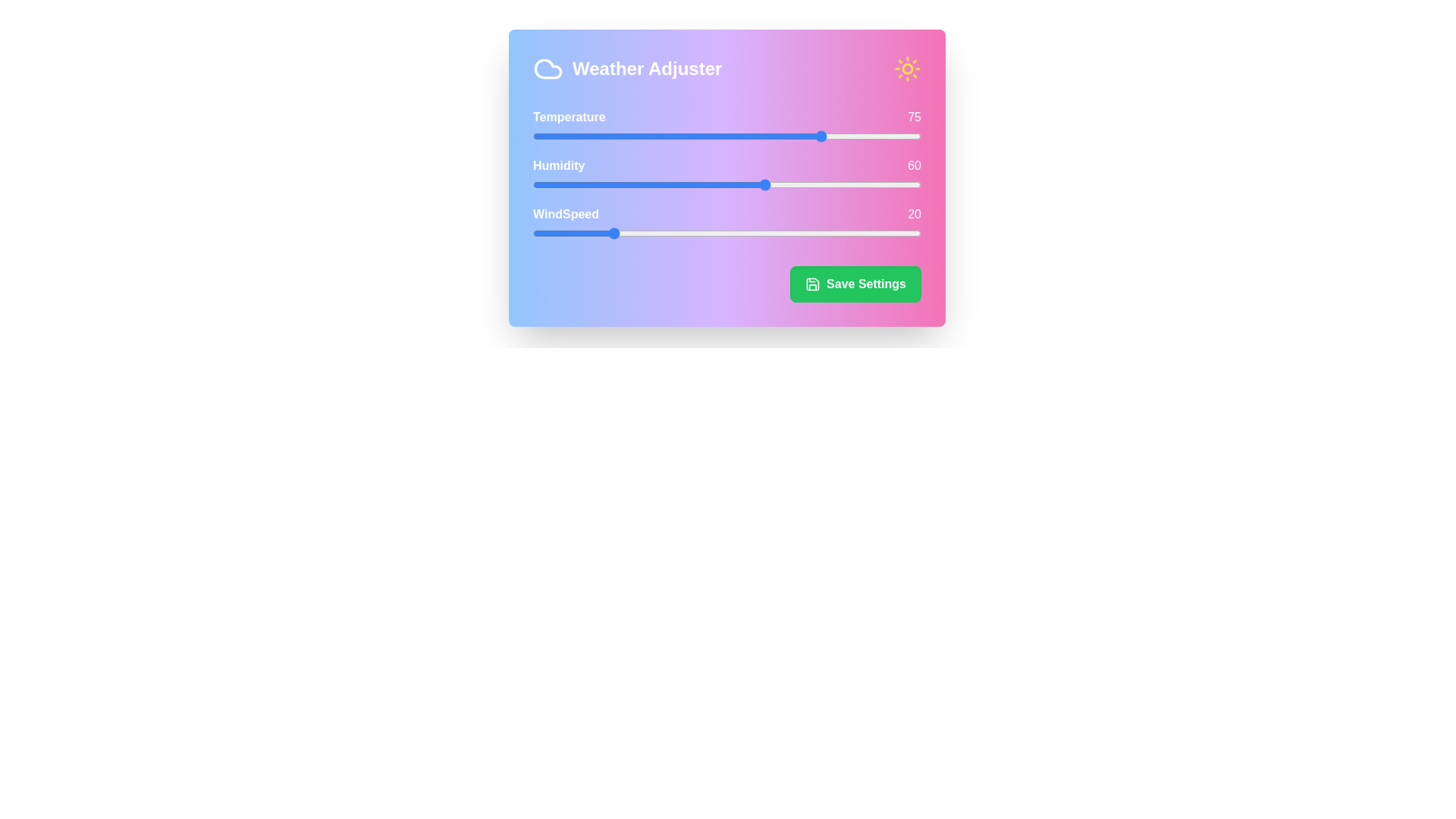  I want to click on the 'WindSpeed' text label, which is styled in bold, white font and located below the 'Humidity' label and above the 'Save Settings' button, so click(565, 214).